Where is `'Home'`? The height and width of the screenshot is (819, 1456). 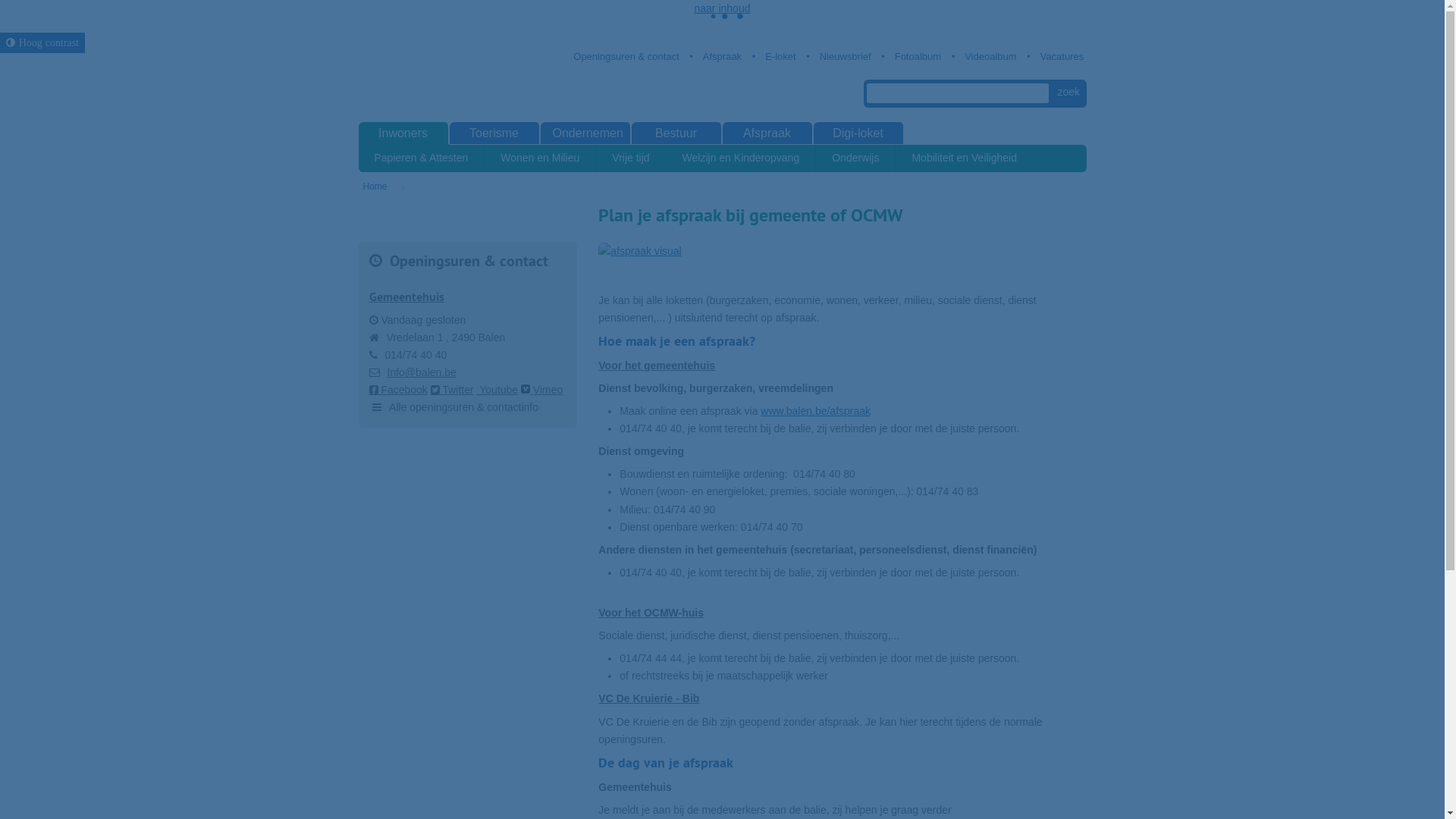 'Home' is located at coordinates (362, 186).